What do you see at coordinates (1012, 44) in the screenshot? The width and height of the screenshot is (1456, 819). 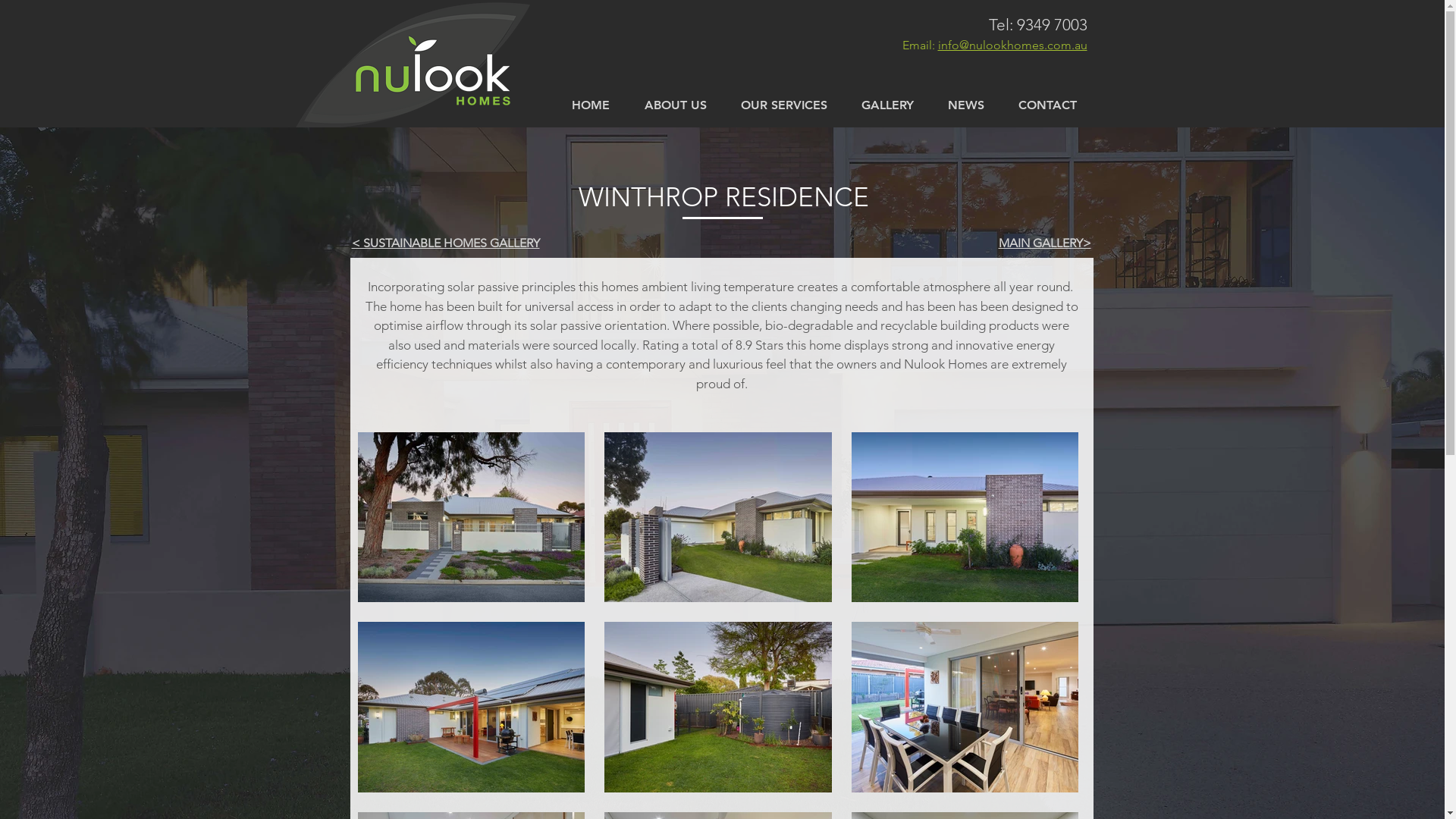 I see `'info@nulookhomes.com.au'` at bounding box center [1012, 44].